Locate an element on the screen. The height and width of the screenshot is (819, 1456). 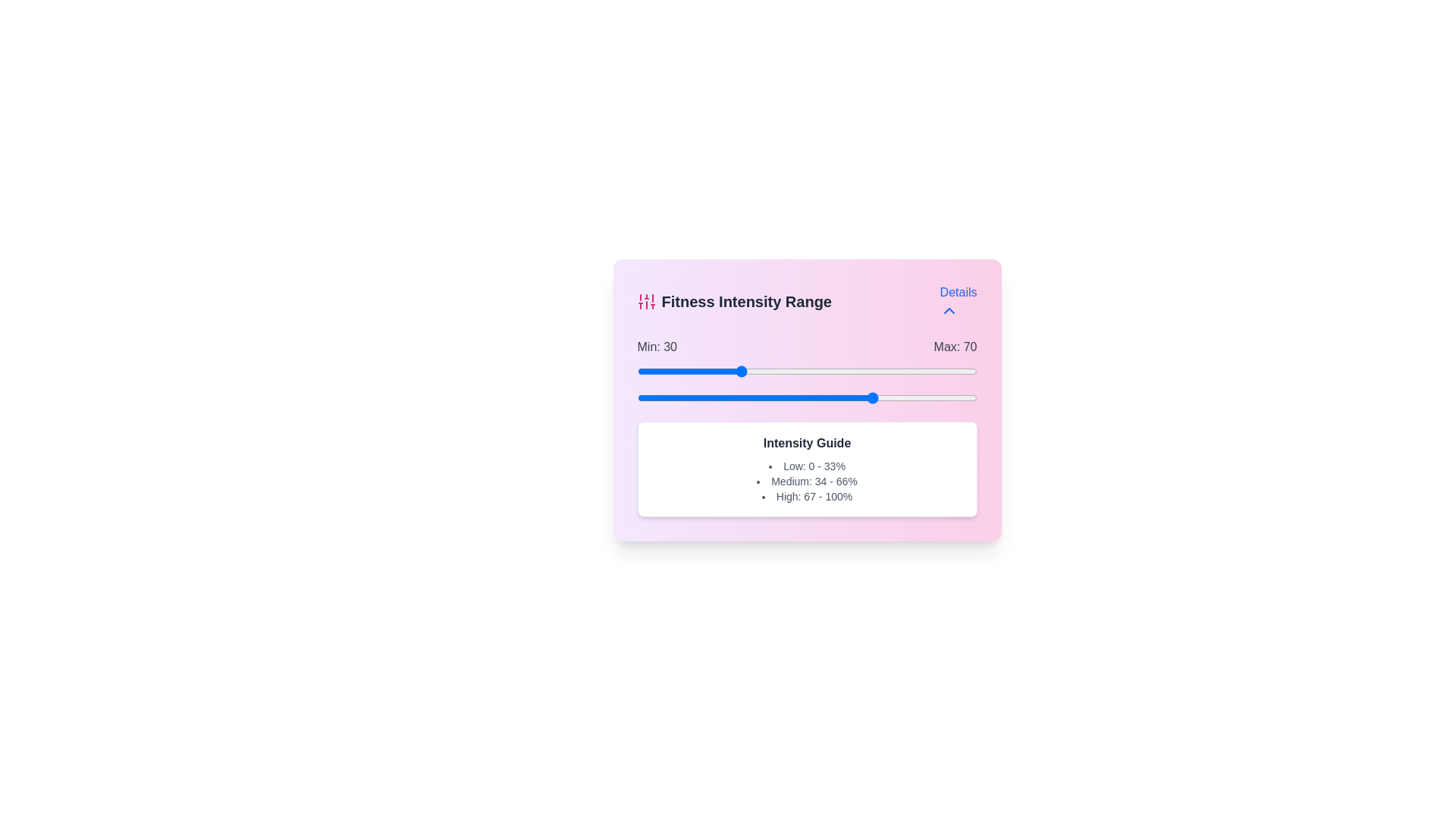
the minimum intensity slider to 34 percent is located at coordinates (752, 371).